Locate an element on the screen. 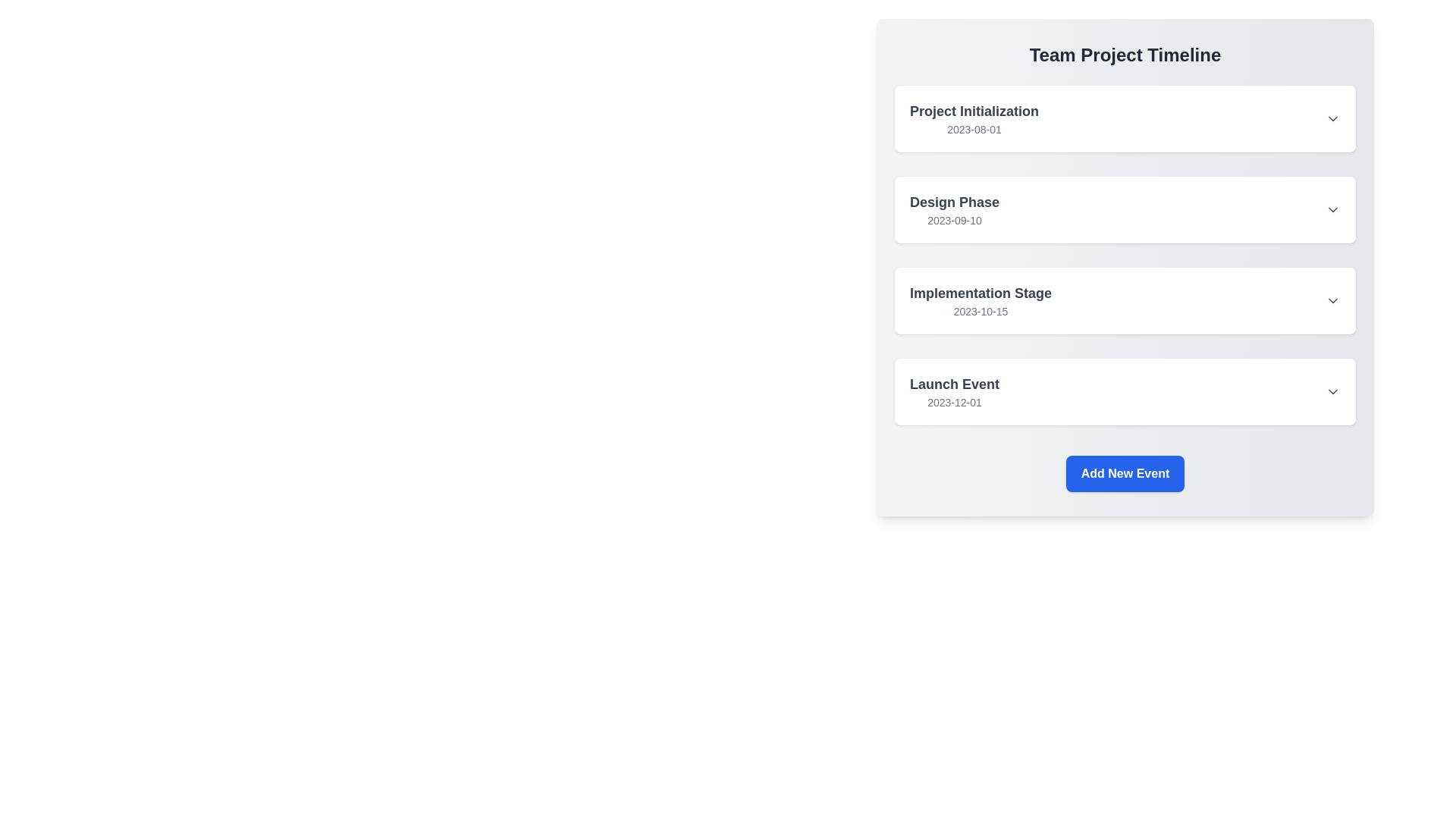 The height and width of the screenshot is (819, 1456). the downward-facing gray chevron icon on the far-right side of the row containing 'Project Initialization' and '2023-08-01' is located at coordinates (1332, 118).